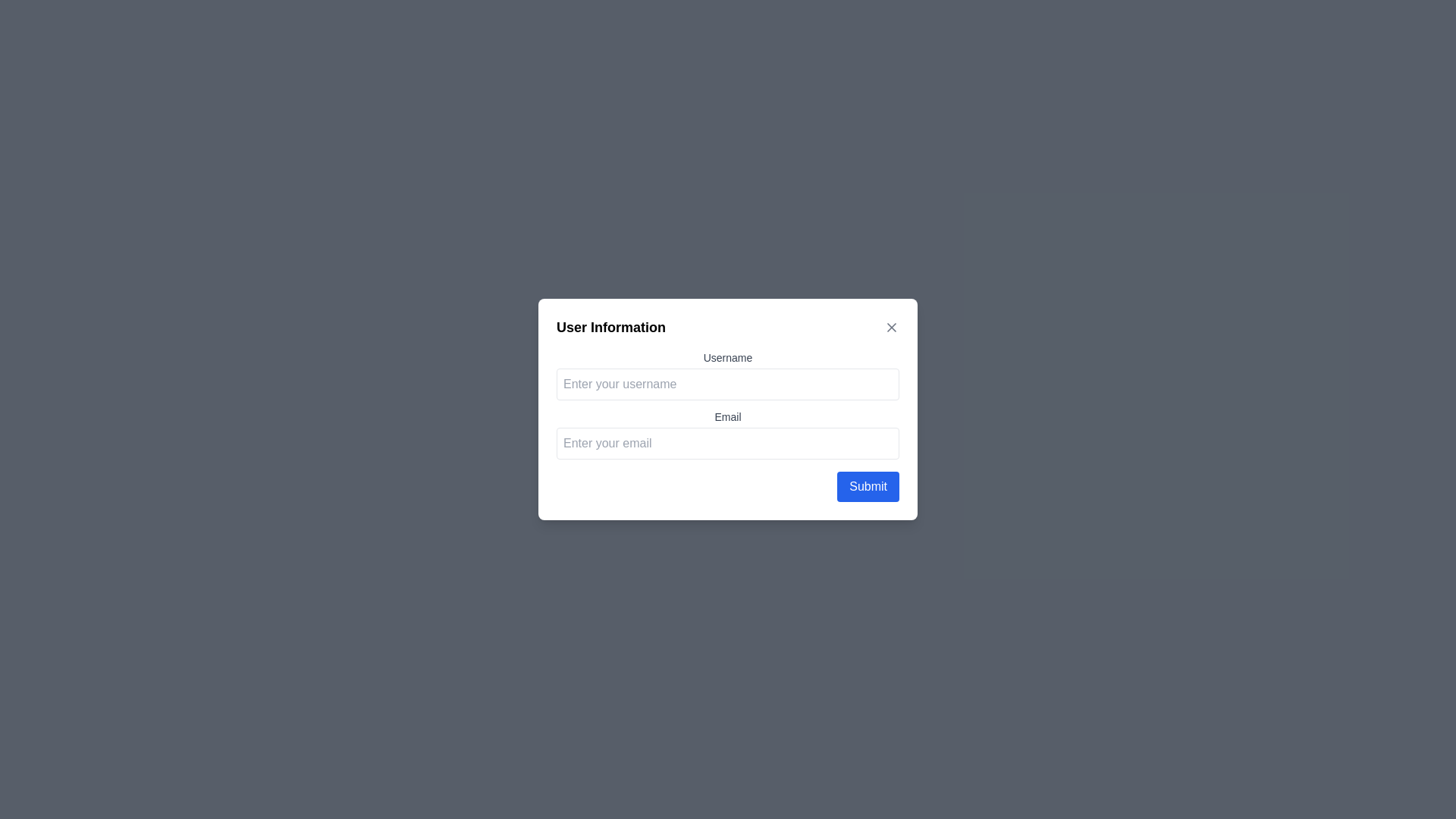  What do you see at coordinates (868, 486) in the screenshot?
I see `the form submission button located at the bottom-right of the modal dialog box` at bounding box center [868, 486].